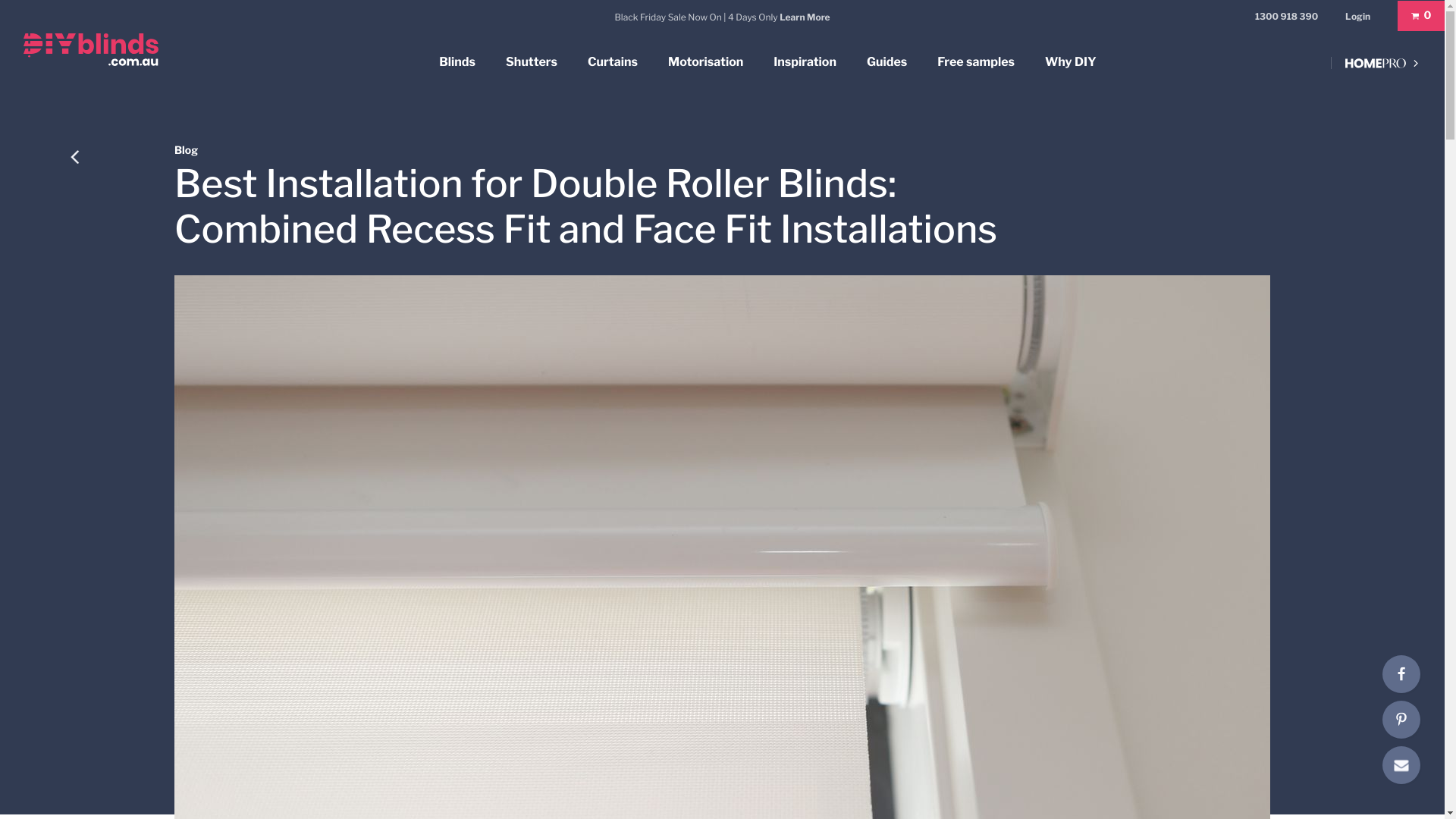 This screenshot has width=1456, height=819. What do you see at coordinates (73, 155) in the screenshot?
I see `'Back'` at bounding box center [73, 155].